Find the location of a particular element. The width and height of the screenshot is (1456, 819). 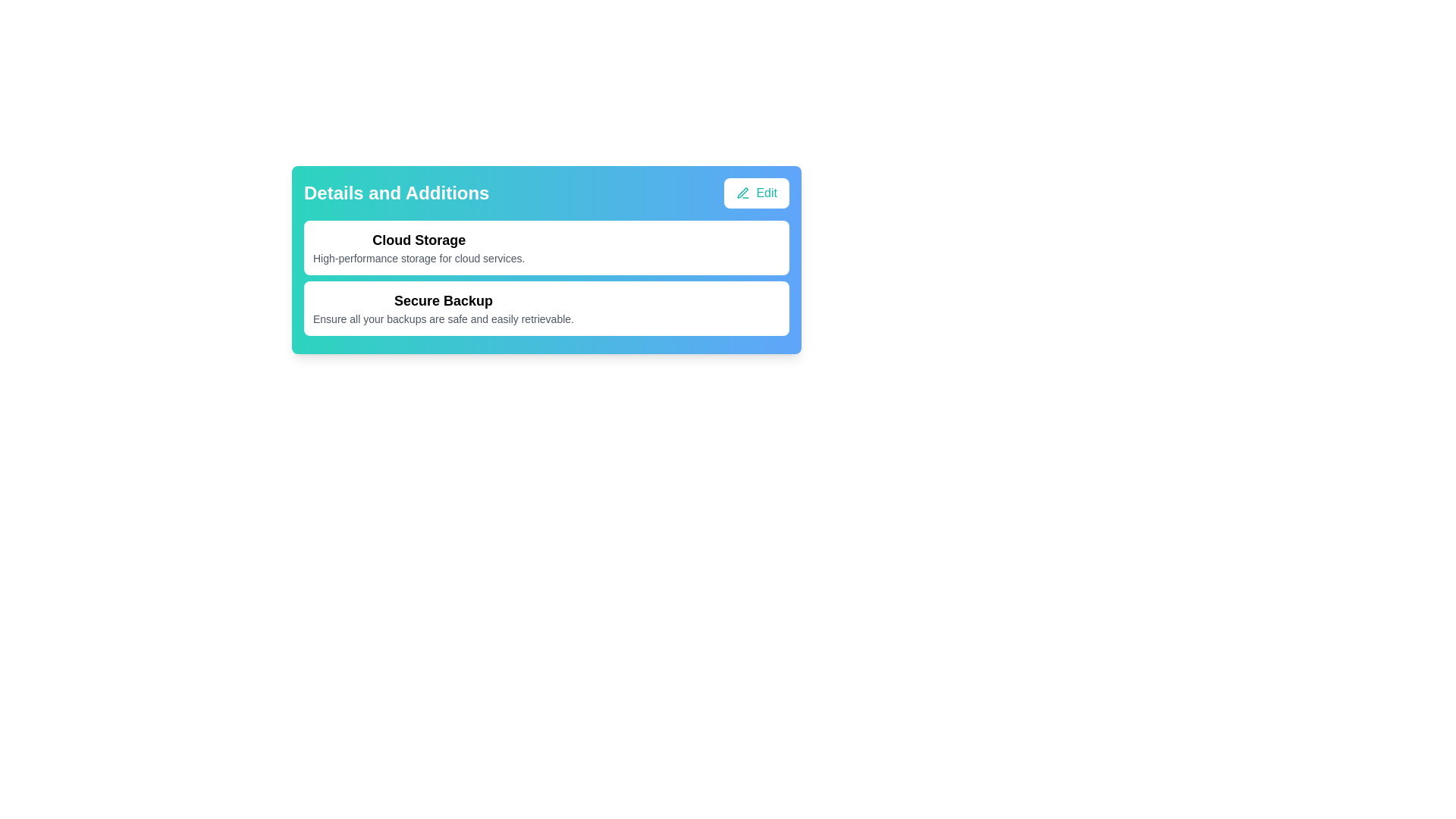

the 'Edit' button located in the top right corner of the 'Details and Additions' section is located at coordinates (757, 192).